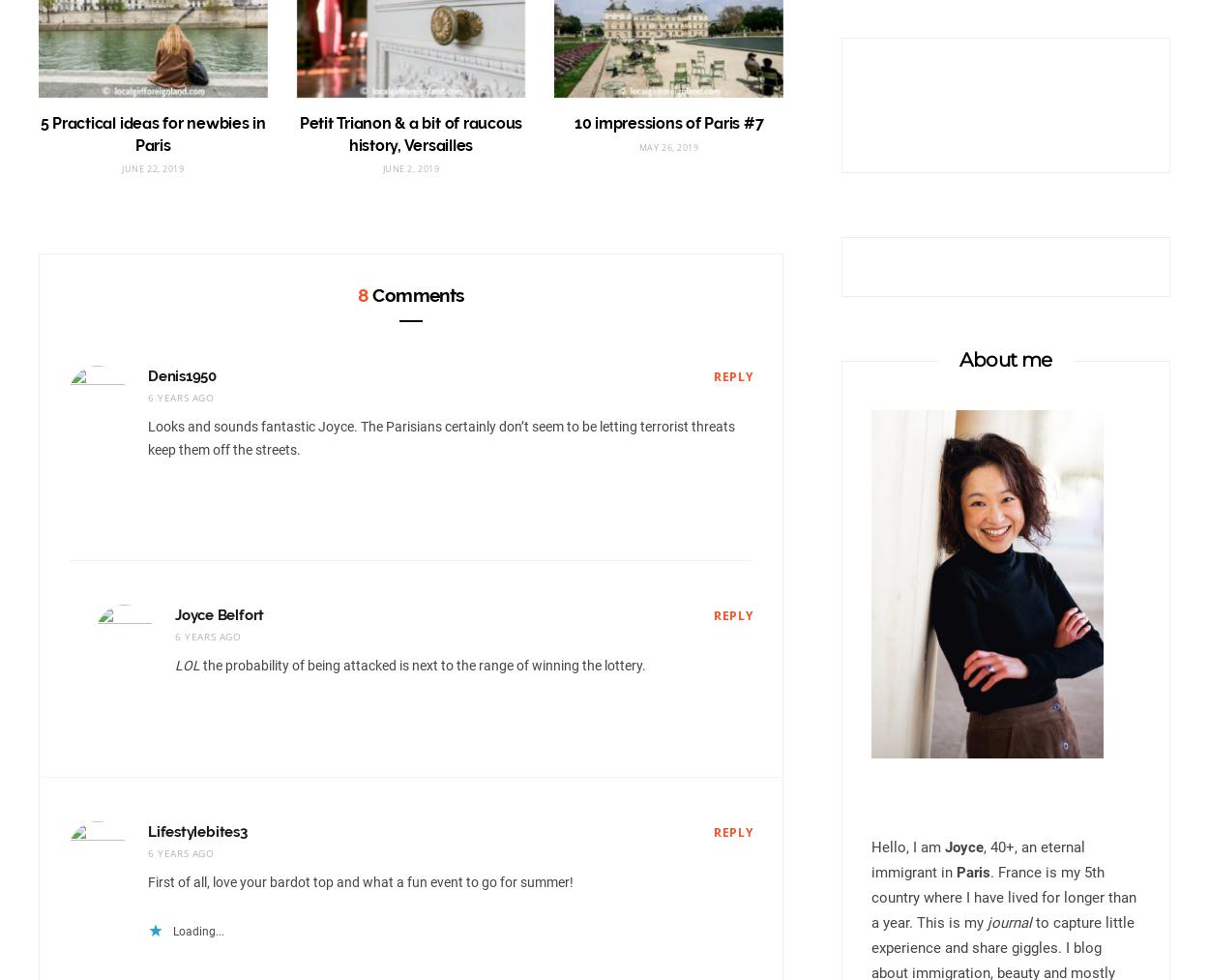  Describe the element at coordinates (573, 123) in the screenshot. I see `'10 impressions of Paris #7'` at that location.